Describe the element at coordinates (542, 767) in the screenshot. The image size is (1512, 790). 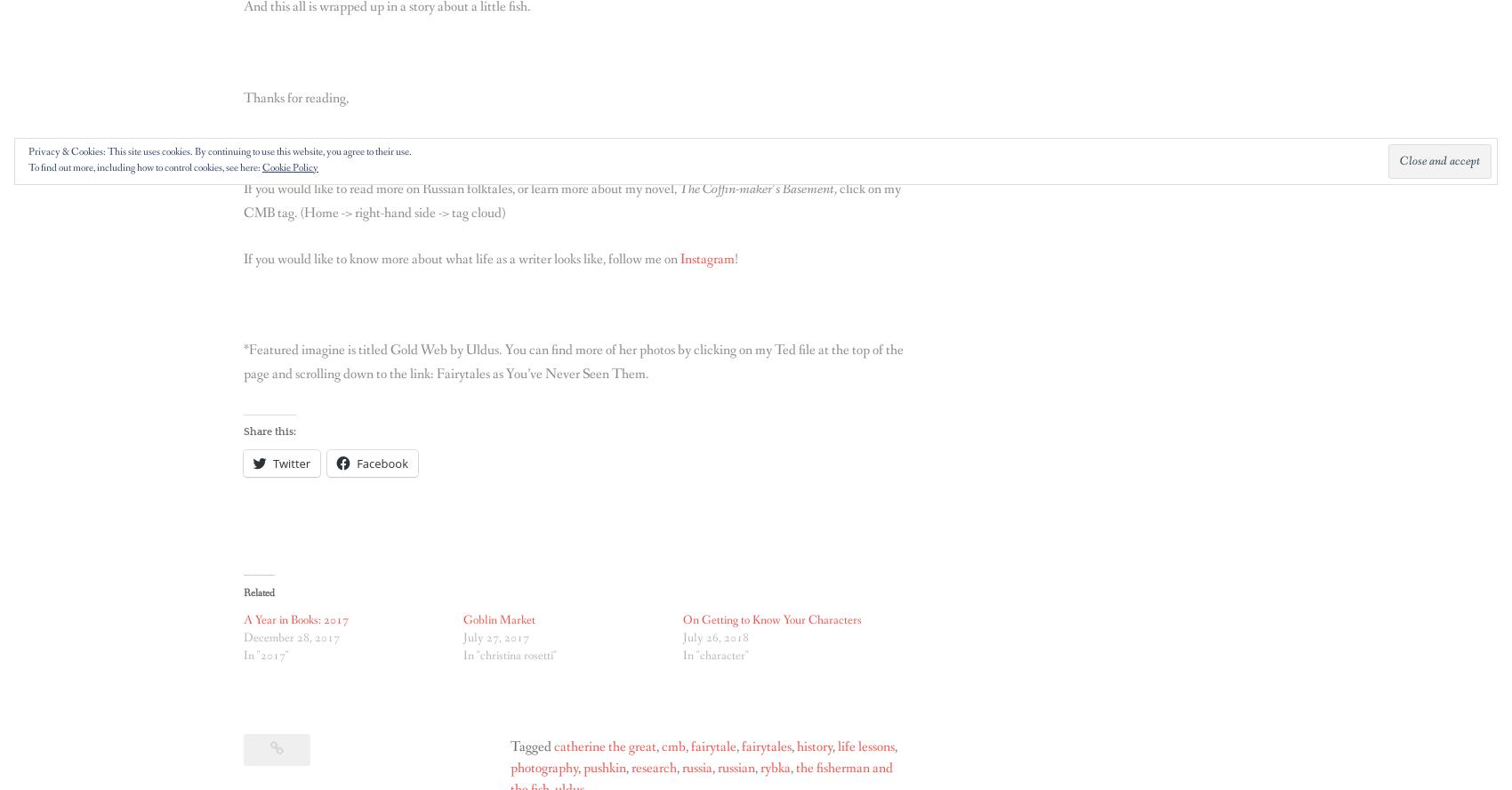
I see `'photography'` at that location.